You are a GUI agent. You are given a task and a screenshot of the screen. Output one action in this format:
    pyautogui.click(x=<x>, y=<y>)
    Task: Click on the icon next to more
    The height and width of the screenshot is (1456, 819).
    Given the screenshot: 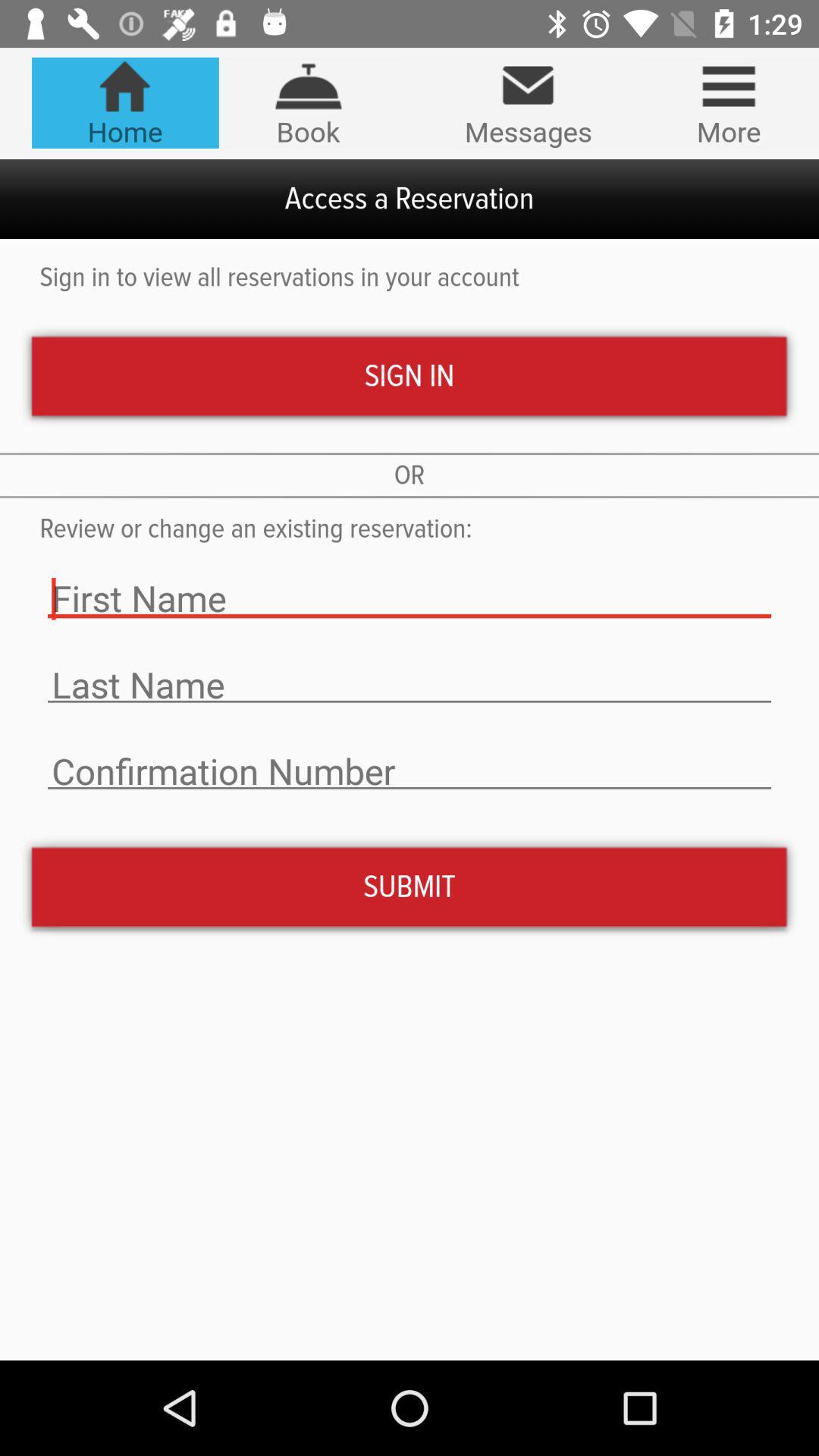 What is the action you would take?
    pyautogui.click(x=527, y=102)
    